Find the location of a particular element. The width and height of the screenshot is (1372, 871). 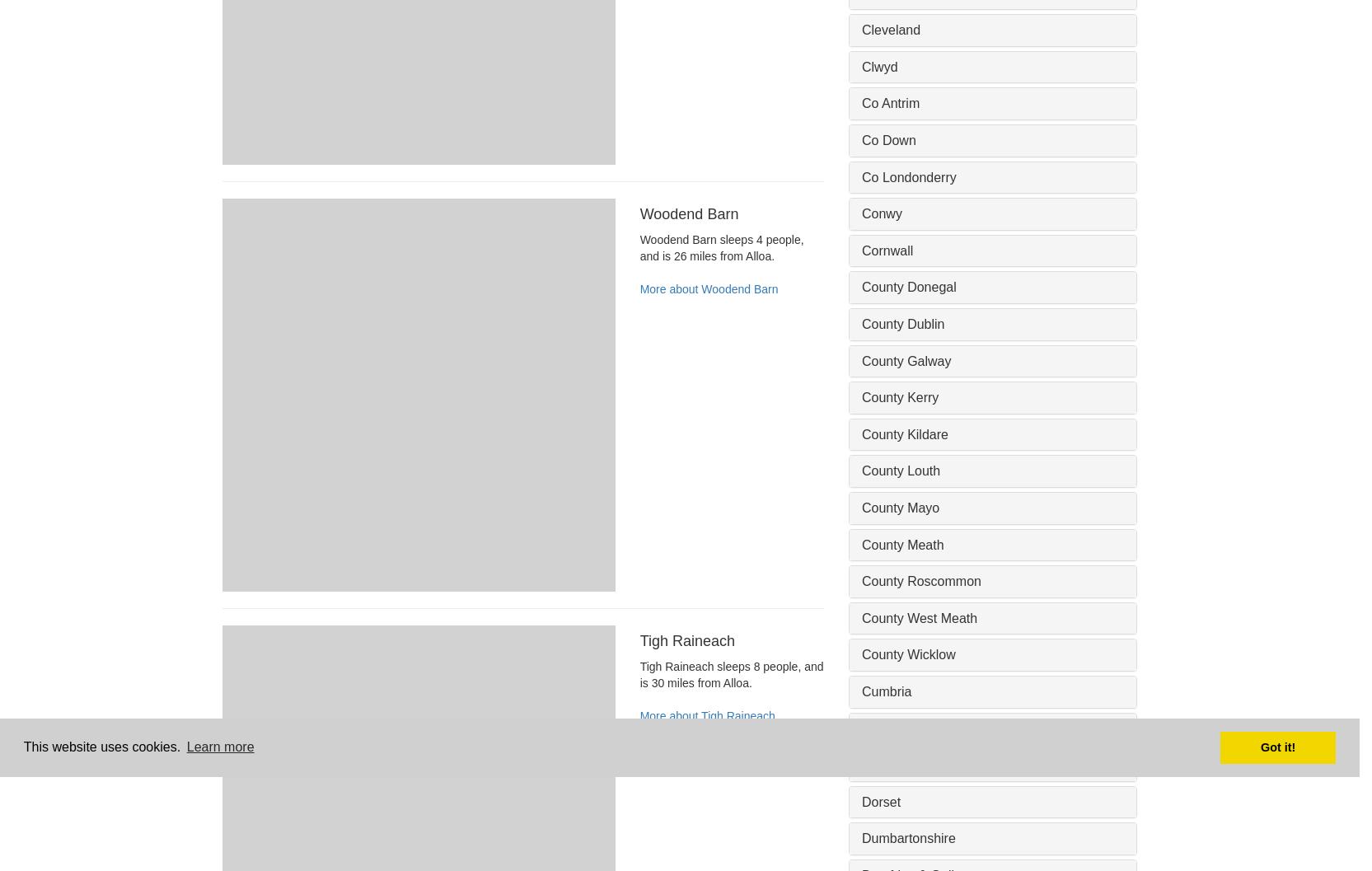

'Co Down' is located at coordinates (887, 140).